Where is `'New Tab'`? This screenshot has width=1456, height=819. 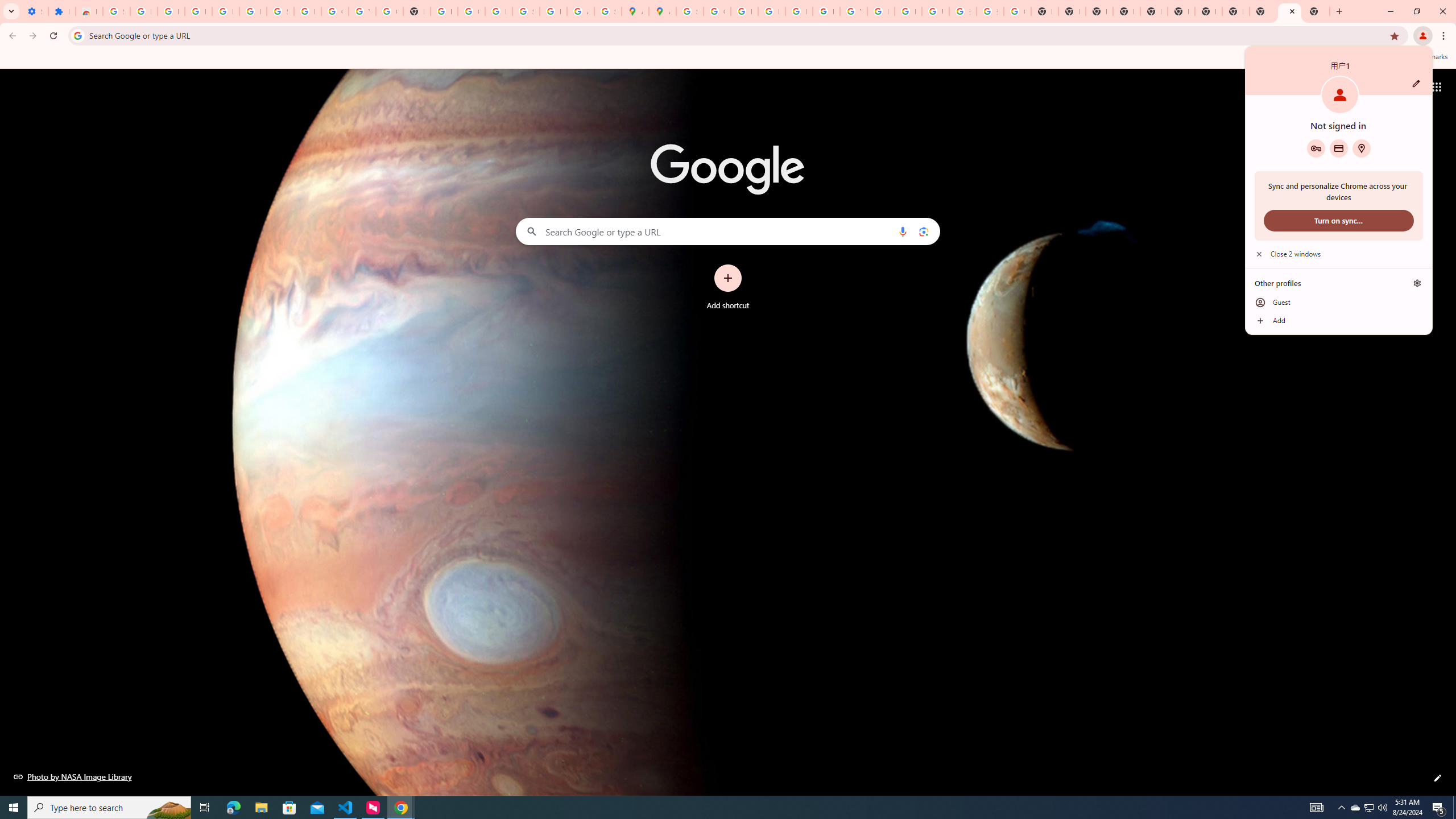
'New Tab' is located at coordinates (1316, 11).